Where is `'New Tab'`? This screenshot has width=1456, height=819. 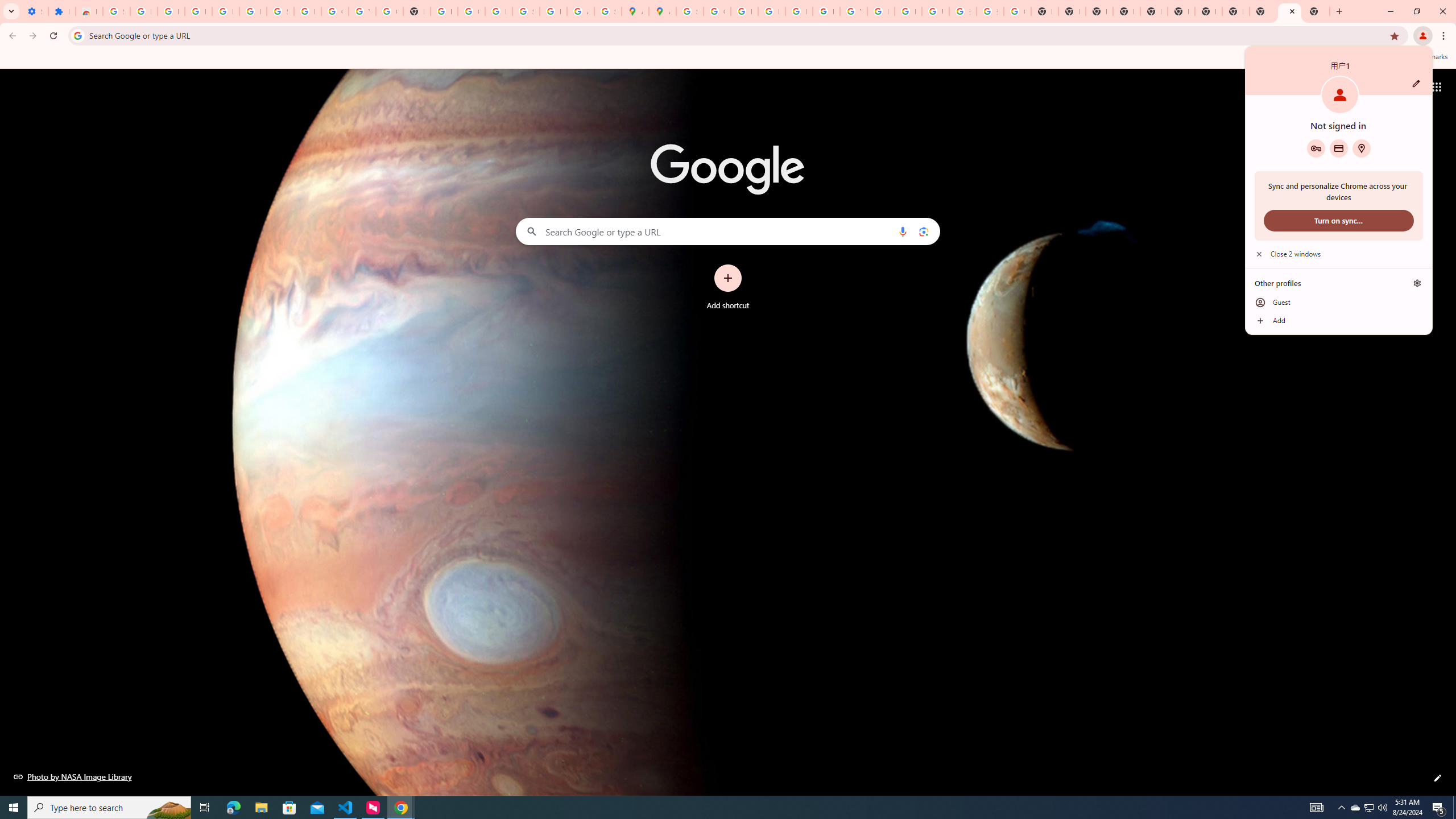
'New Tab' is located at coordinates (1316, 11).